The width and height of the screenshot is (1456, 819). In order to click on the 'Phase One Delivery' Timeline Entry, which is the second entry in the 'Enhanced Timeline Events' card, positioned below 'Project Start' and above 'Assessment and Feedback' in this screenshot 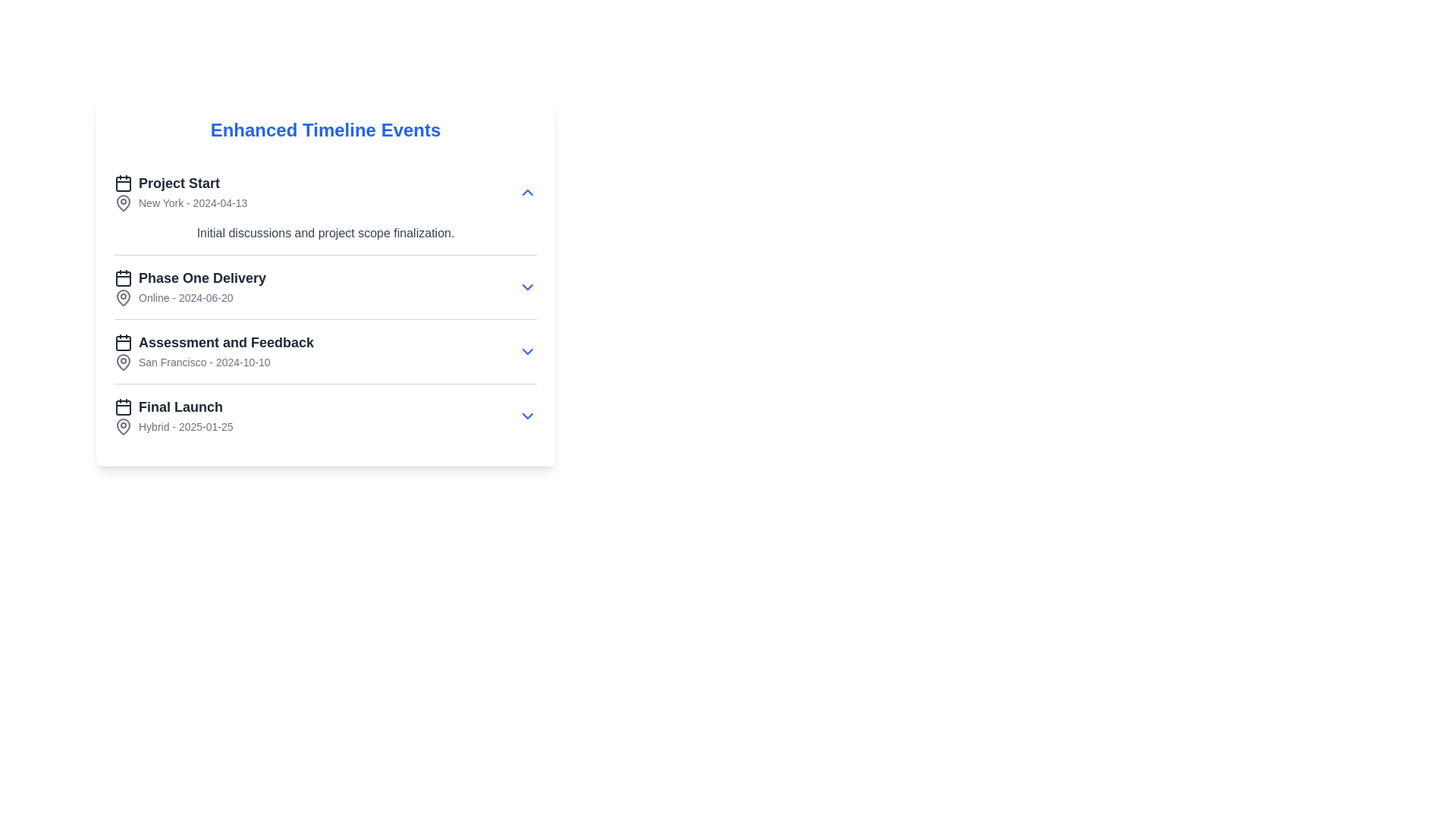, I will do `click(325, 287)`.